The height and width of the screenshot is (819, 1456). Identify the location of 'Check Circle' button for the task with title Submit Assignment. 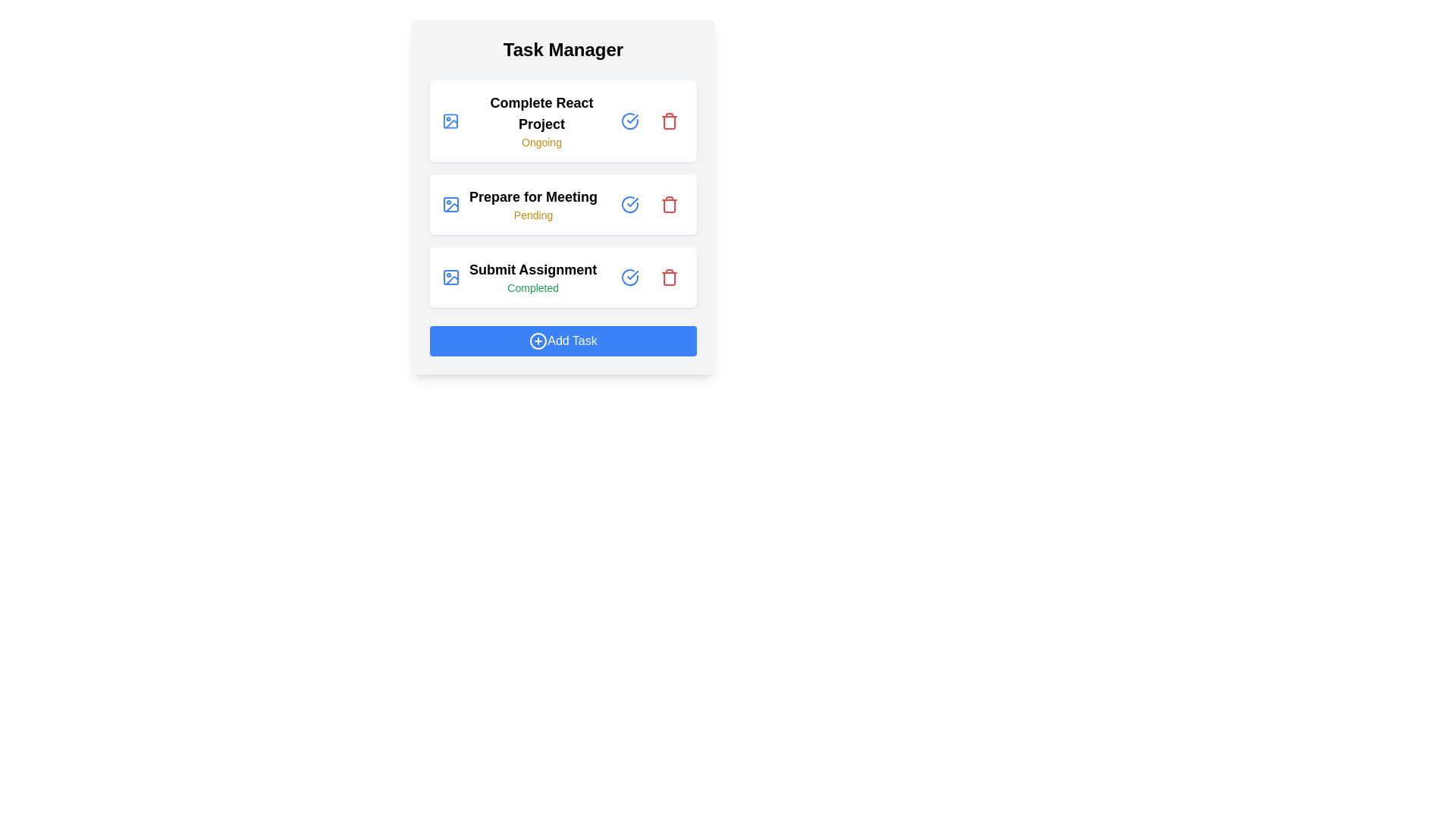
(629, 278).